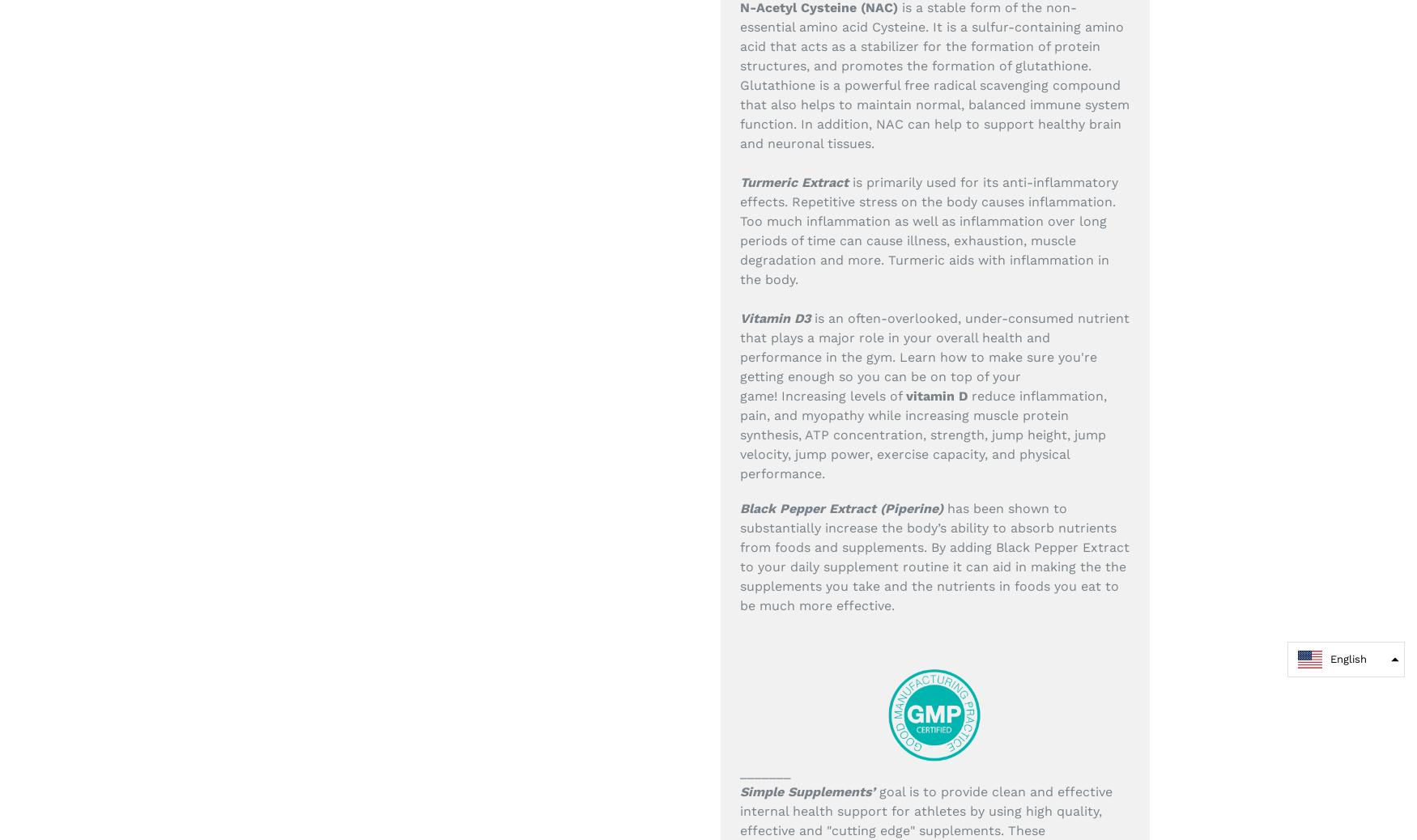  What do you see at coordinates (928, 230) in the screenshot?
I see `'is primarily used for its anti-inflammatory effects. Repetitive stress on the body causes inflammation. Too much inflammation as well as inflammation over long periods of time can cause illness, exhaustion, muscle degradation and more. Turmeric aids with inflammation in the body.'` at bounding box center [928, 230].